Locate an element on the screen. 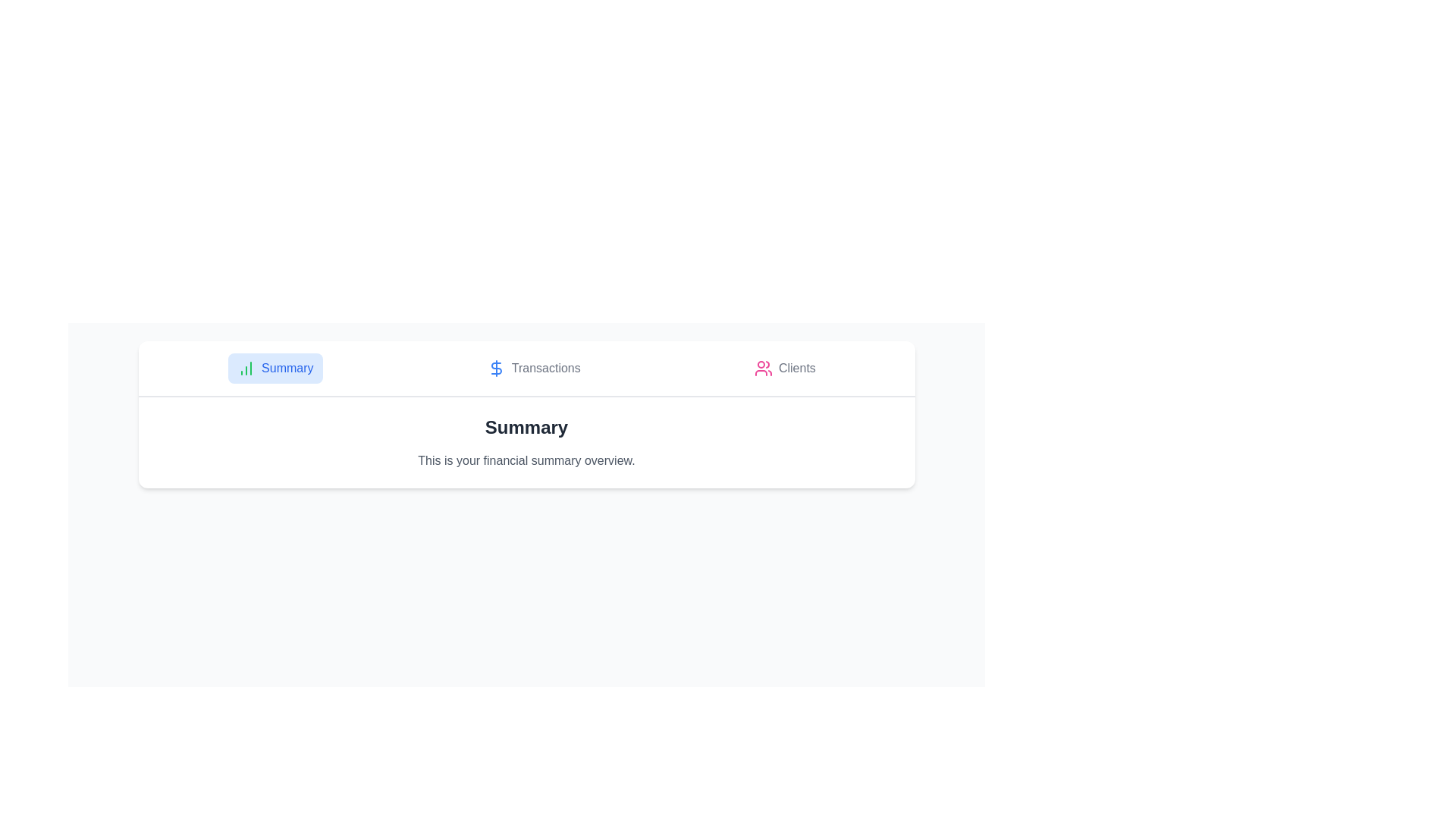  the Clients tab by clicking on it is located at coordinates (785, 369).